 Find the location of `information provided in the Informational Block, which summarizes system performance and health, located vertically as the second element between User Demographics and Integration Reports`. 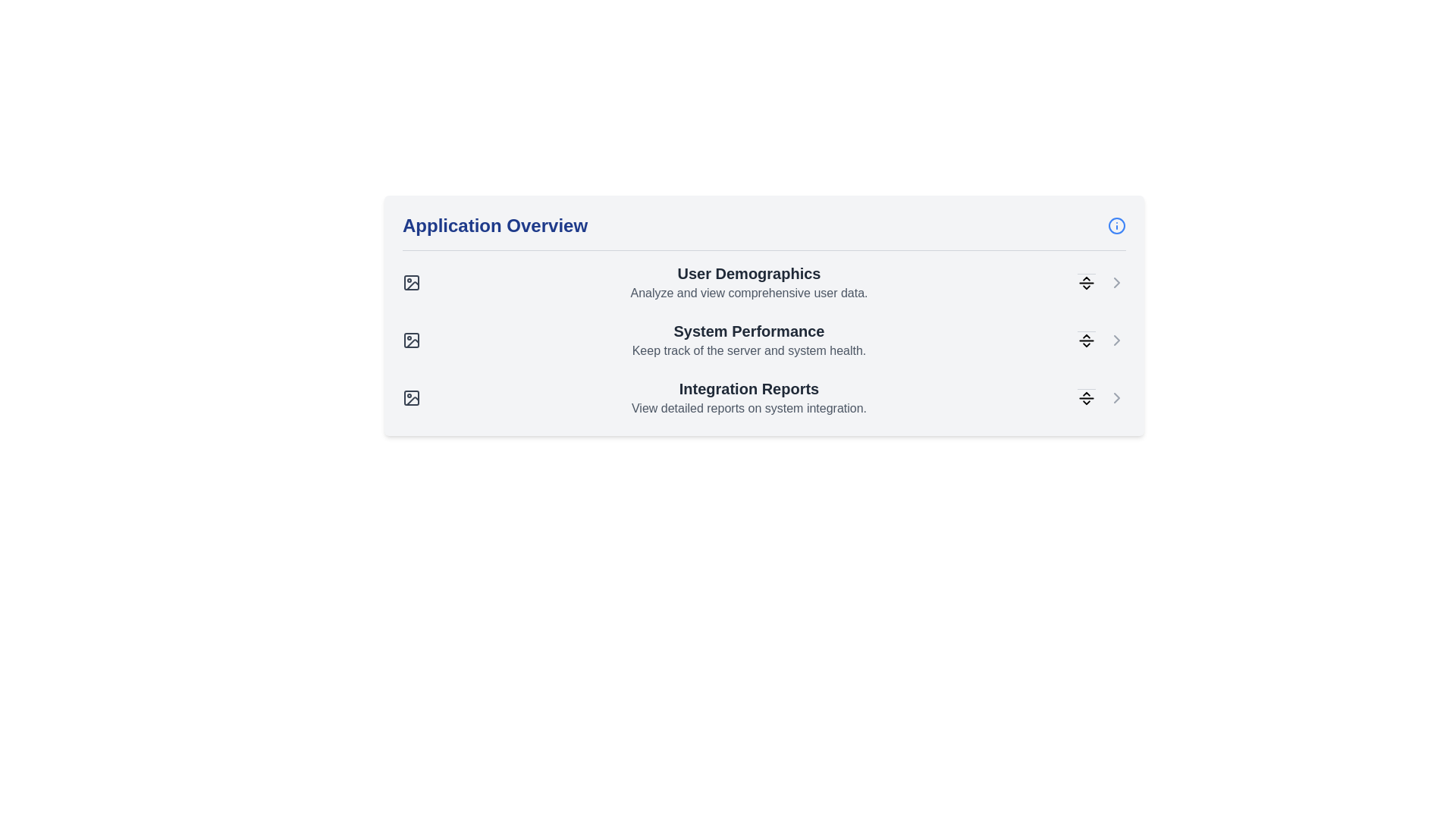

information provided in the Informational Block, which summarizes system performance and health, located vertically as the second element between User Demographics and Integration Reports is located at coordinates (749, 339).